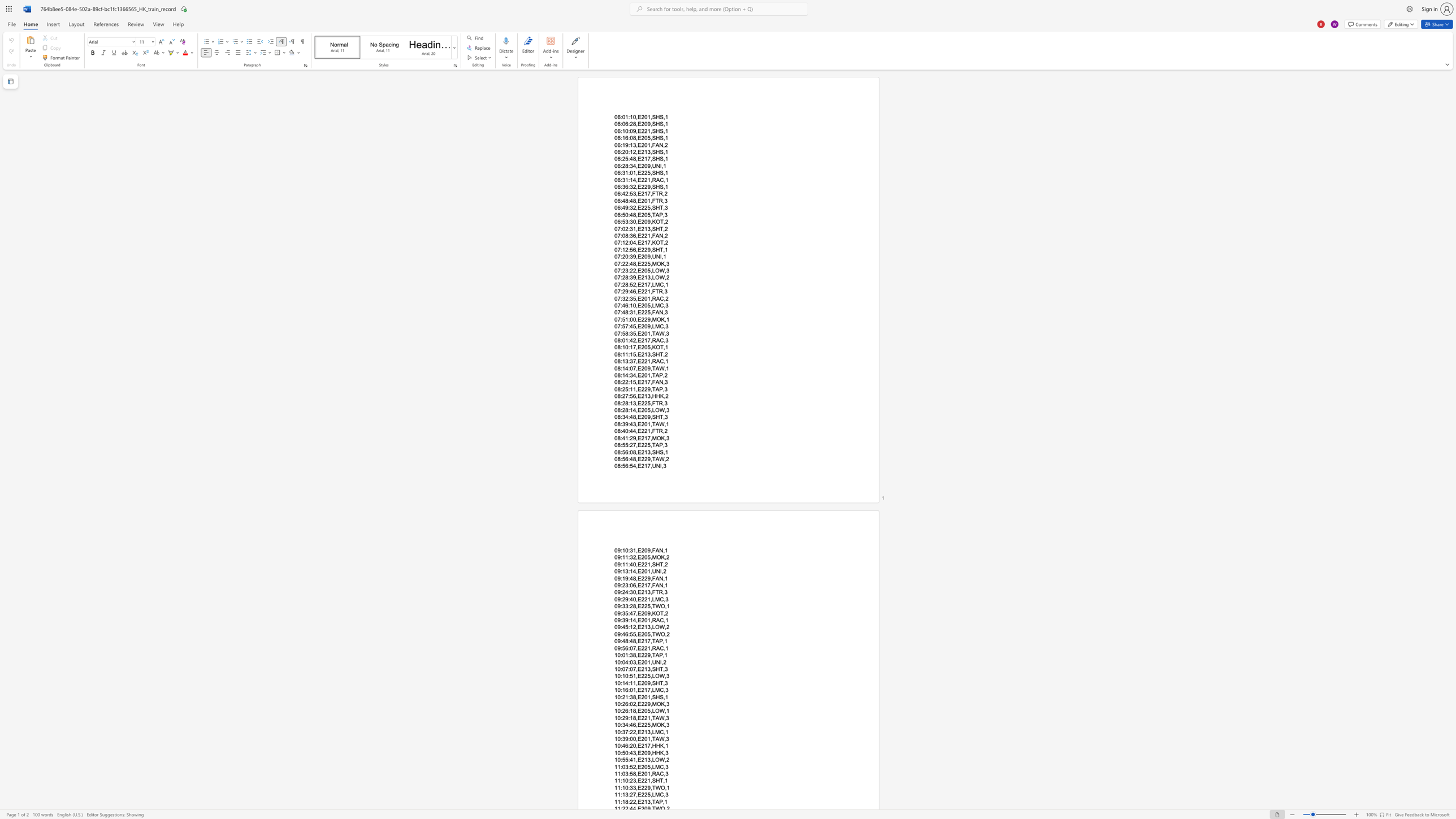  I want to click on the space between the continuous character "2" and "2" in the text, so click(643, 319).